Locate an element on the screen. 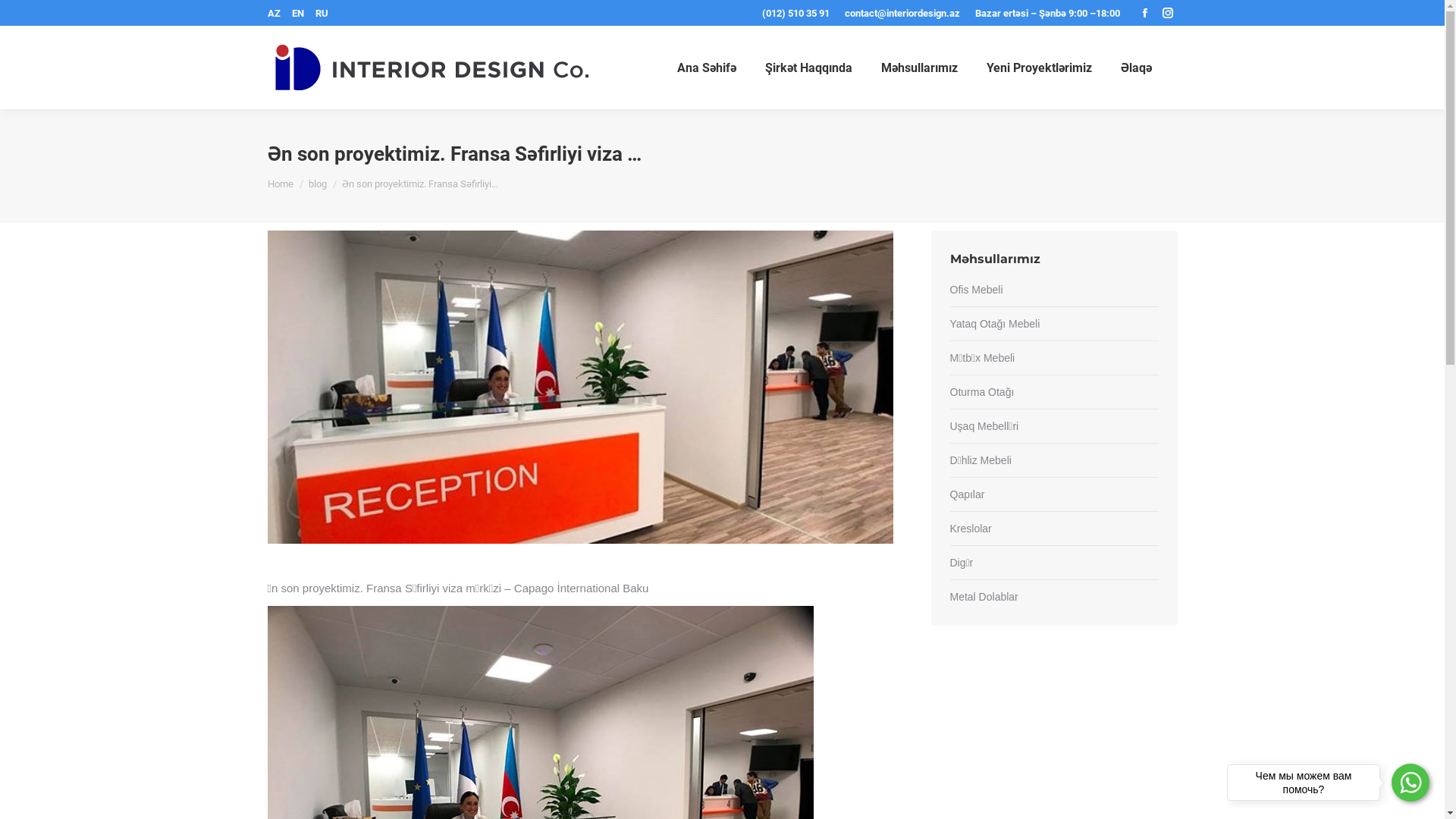 Image resolution: width=1456 pixels, height=819 pixels. '34ecd16d.jpg' is located at coordinates (266, 386).